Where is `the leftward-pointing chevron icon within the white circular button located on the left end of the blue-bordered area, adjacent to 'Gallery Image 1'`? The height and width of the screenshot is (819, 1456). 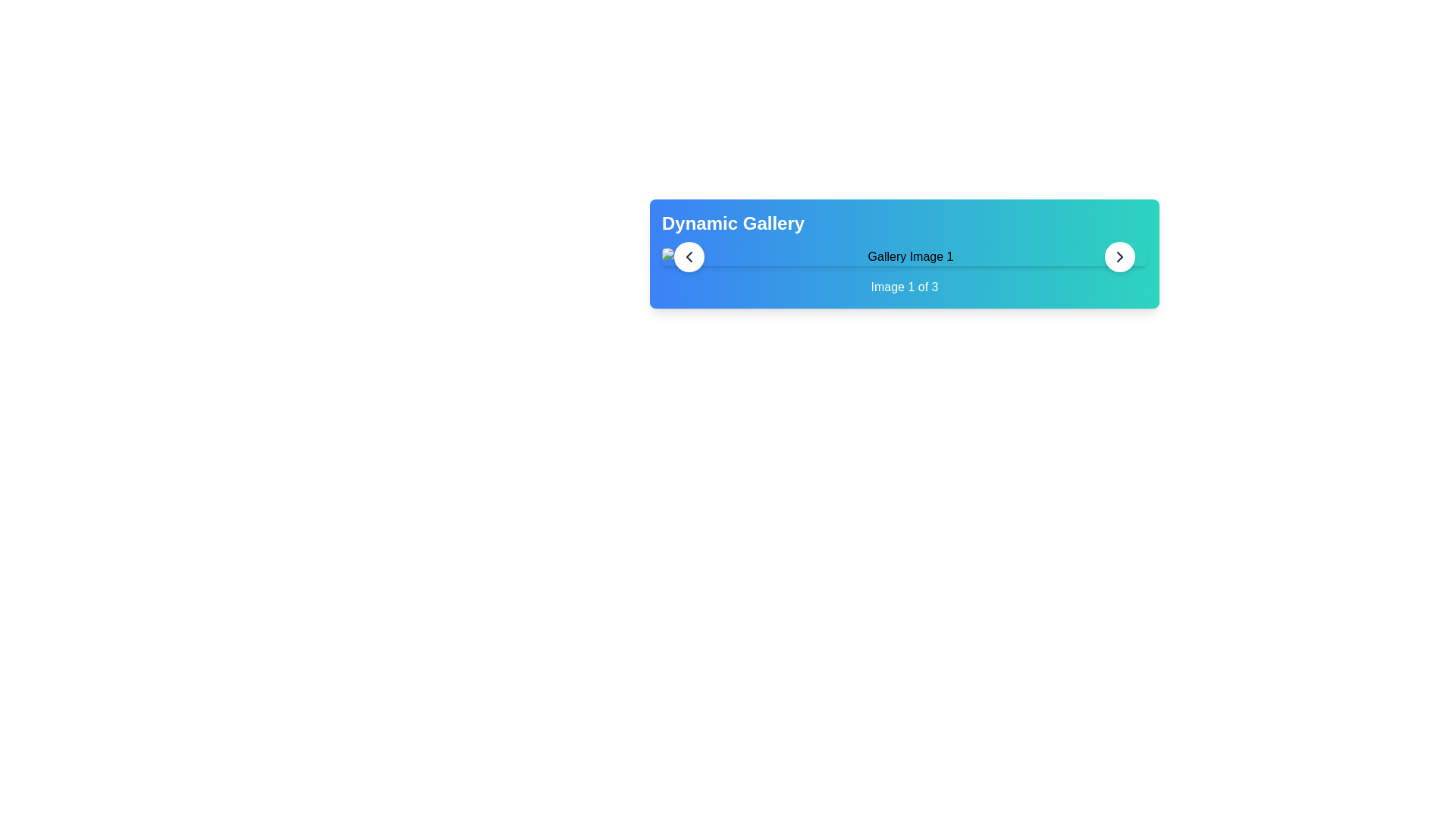 the leftward-pointing chevron icon within the white circular button located on the left end of the blue-bordered area, adjacent to 'Gallery Image 1' is located at coordinates (688, 256).